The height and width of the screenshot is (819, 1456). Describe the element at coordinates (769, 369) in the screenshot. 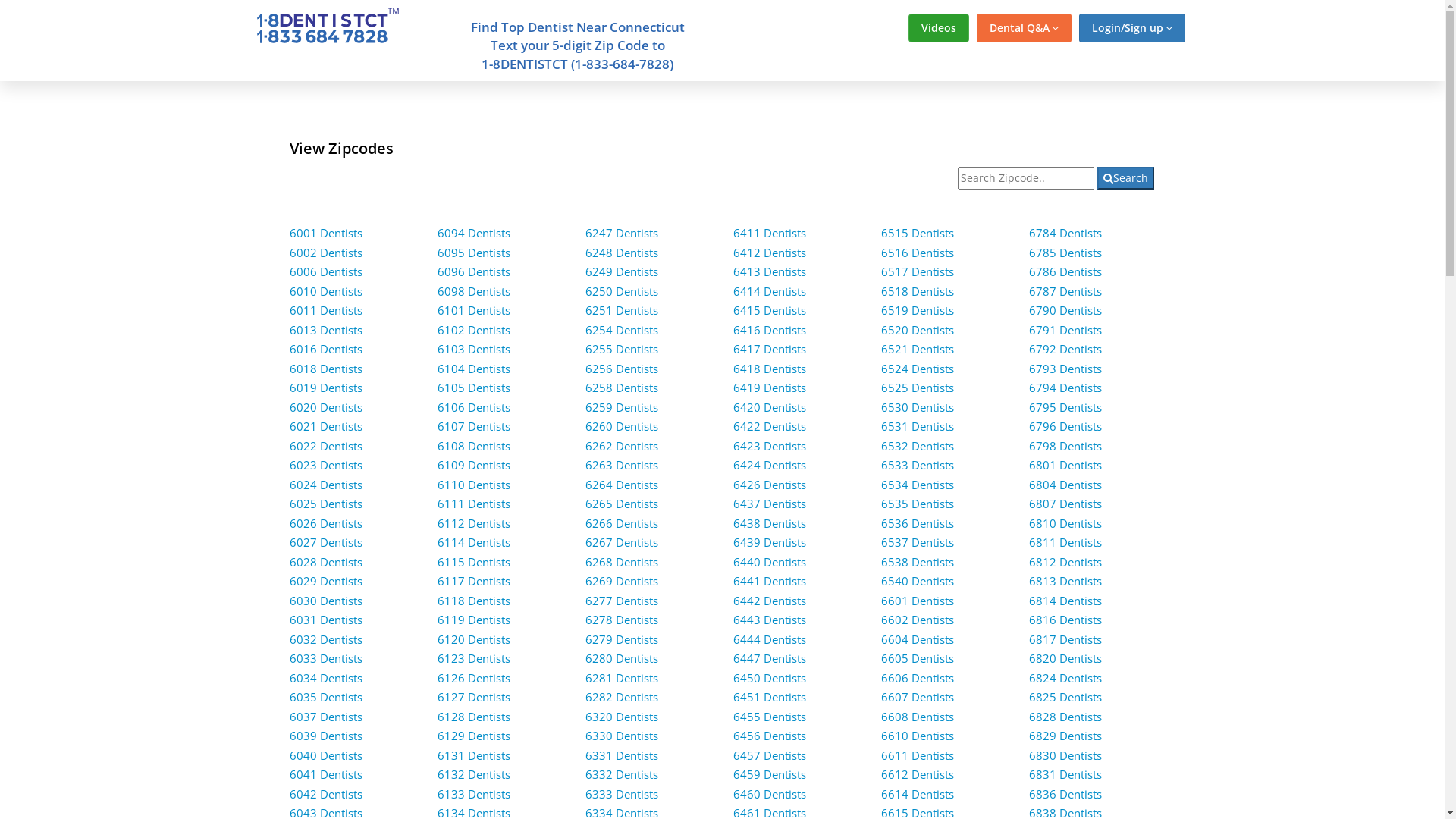

I see `'6418 Dentists'` at that location.